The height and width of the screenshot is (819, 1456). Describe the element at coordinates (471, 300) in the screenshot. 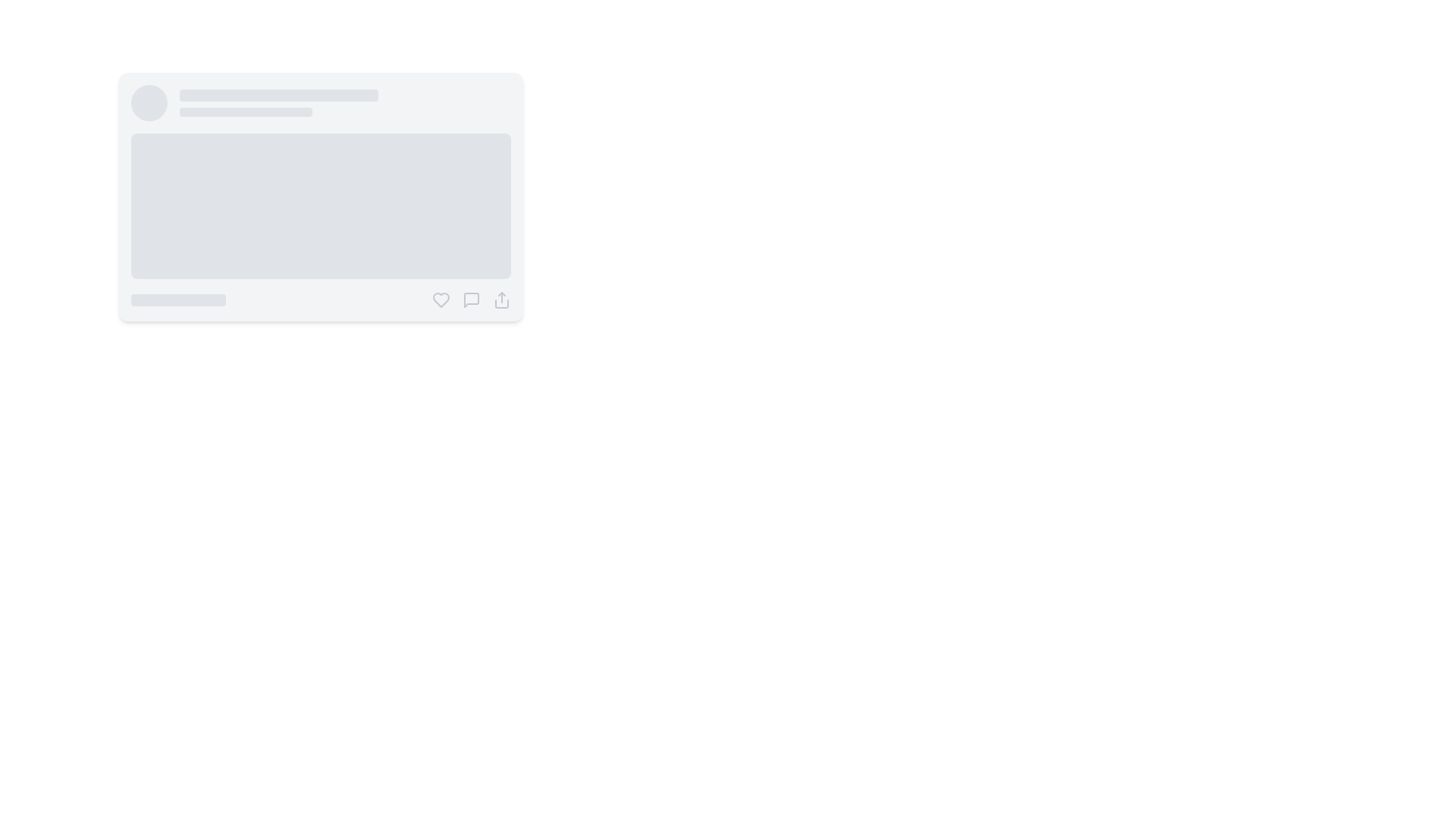

I see `the comment icon located in the lower right corner of the card, which is the second icon from the left in a group of three icons, to interact with it` at that location.